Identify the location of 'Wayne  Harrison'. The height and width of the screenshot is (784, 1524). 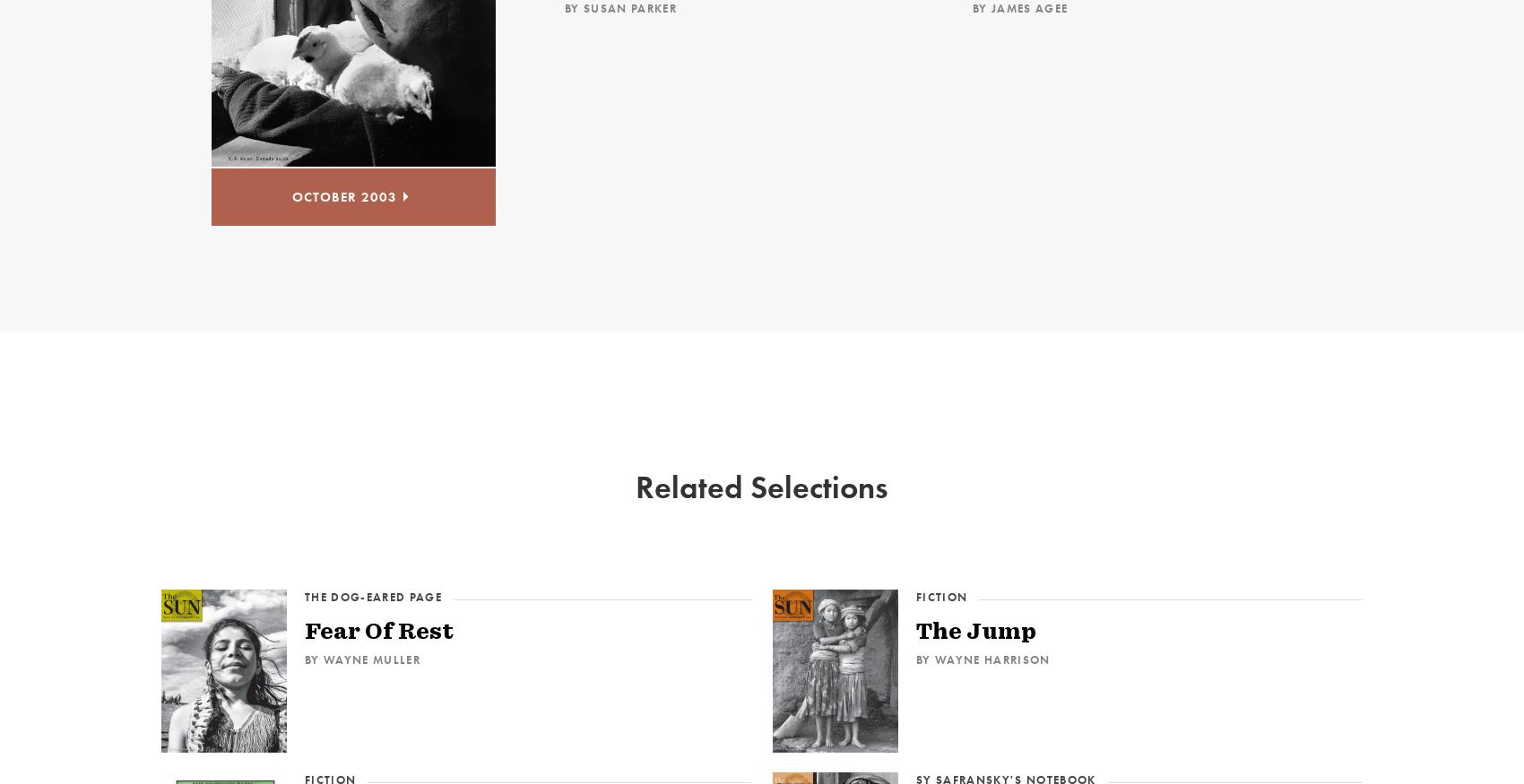
(992, 659).